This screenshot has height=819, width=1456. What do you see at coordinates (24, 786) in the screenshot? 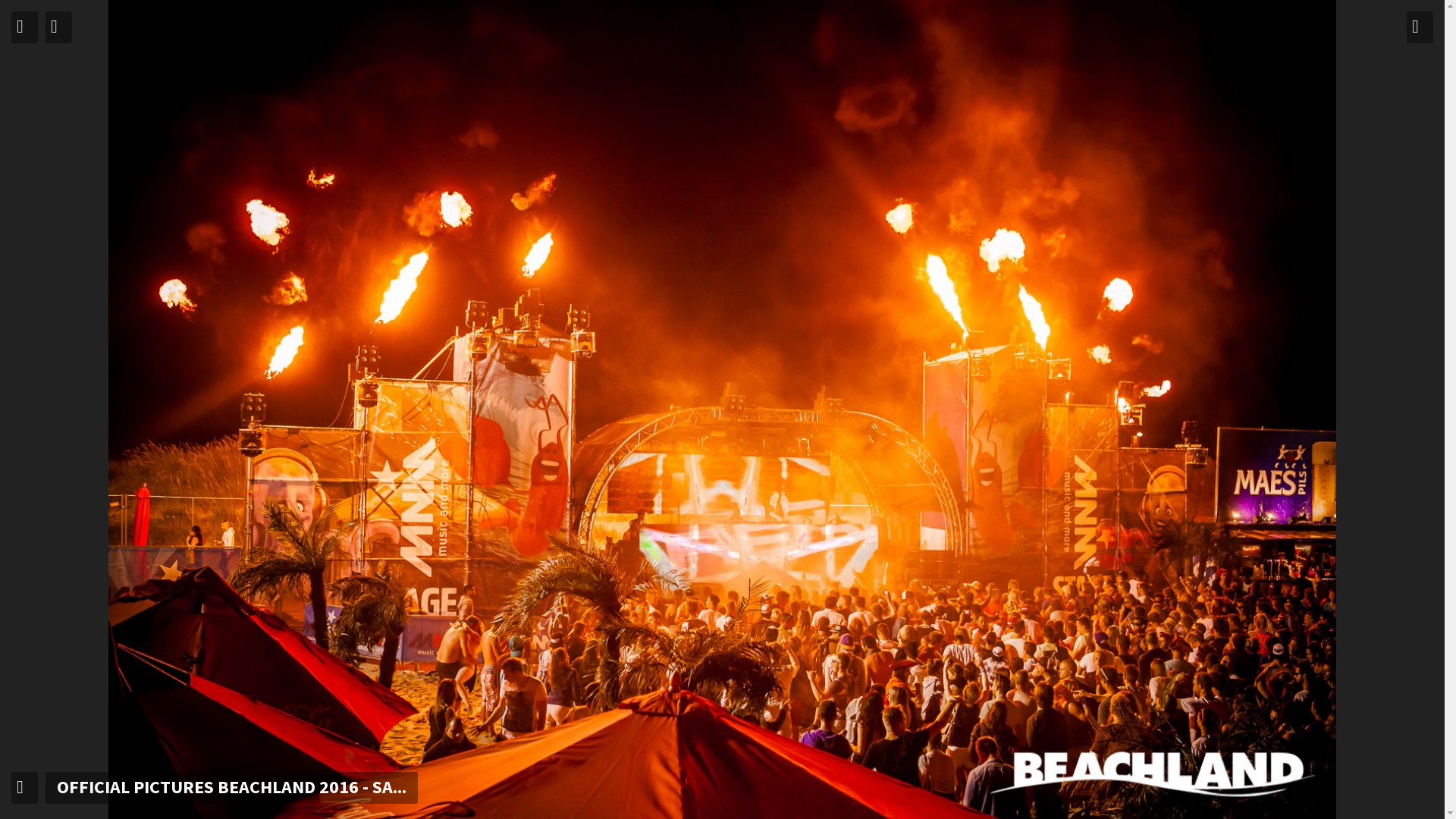
I see `' '` at bounding box center [24, 786].